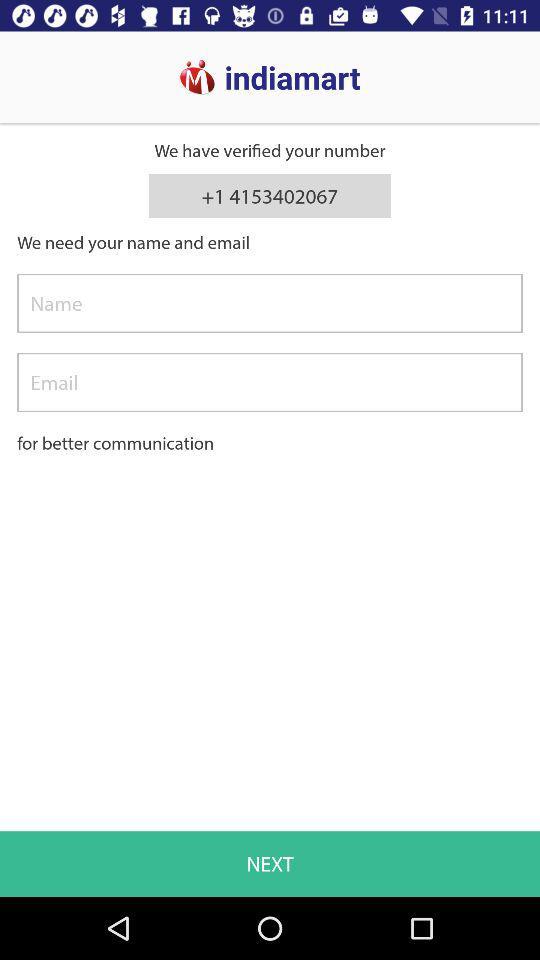 Image resolution: width=540 pixels, height=960 pixels. Describe the element at coordinates (270, 303) in the screenshot. I see `space for writing a name` at that location.